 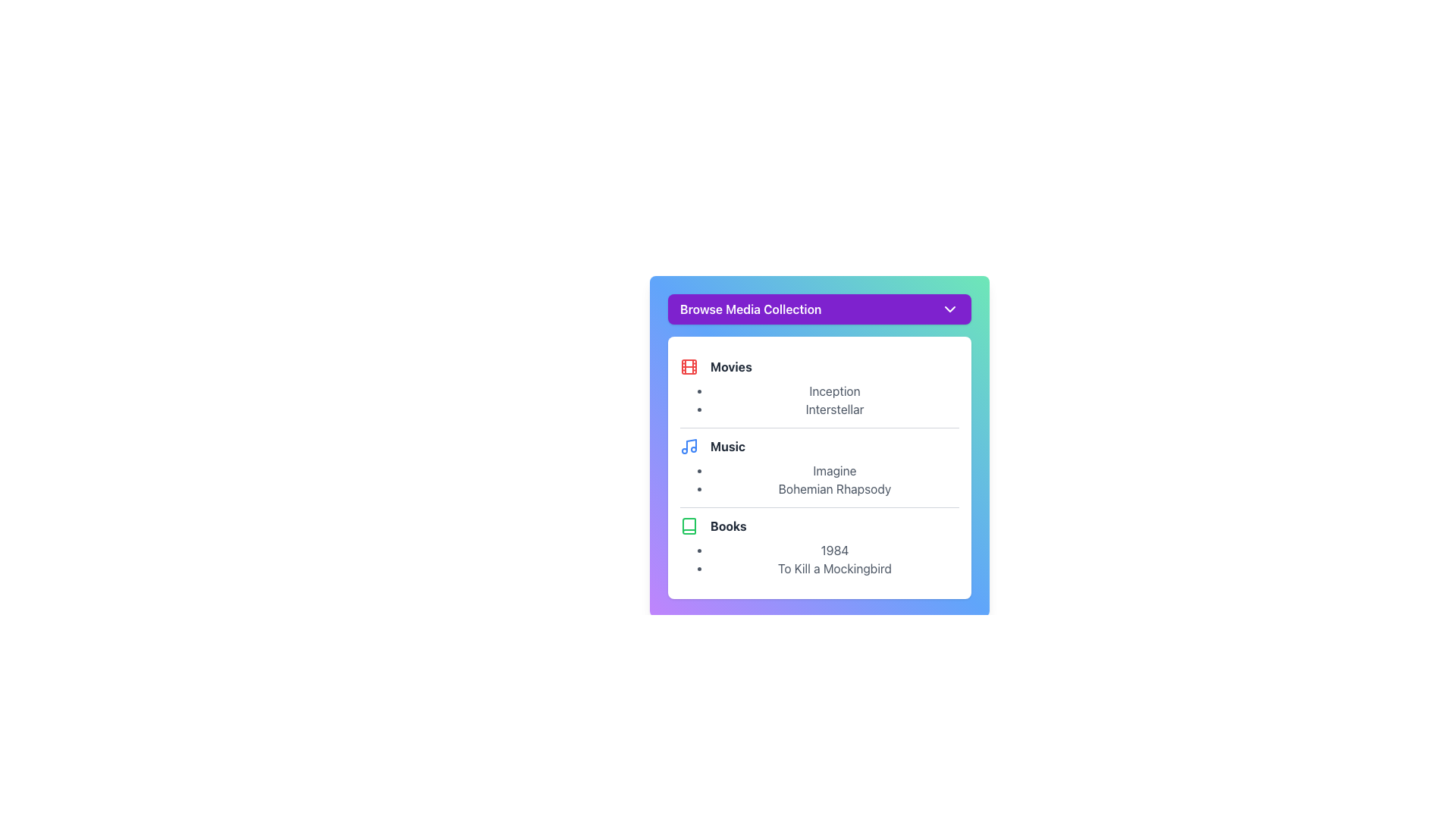 What do you see at coordinates (833, 400) in the screenshot?
I see `the list item in the 'Movies' section of the 'Browse Media Collection' interface to interact with the movie titles 'Inception' and 'Interstellar'` at bounding box center [833, 400].